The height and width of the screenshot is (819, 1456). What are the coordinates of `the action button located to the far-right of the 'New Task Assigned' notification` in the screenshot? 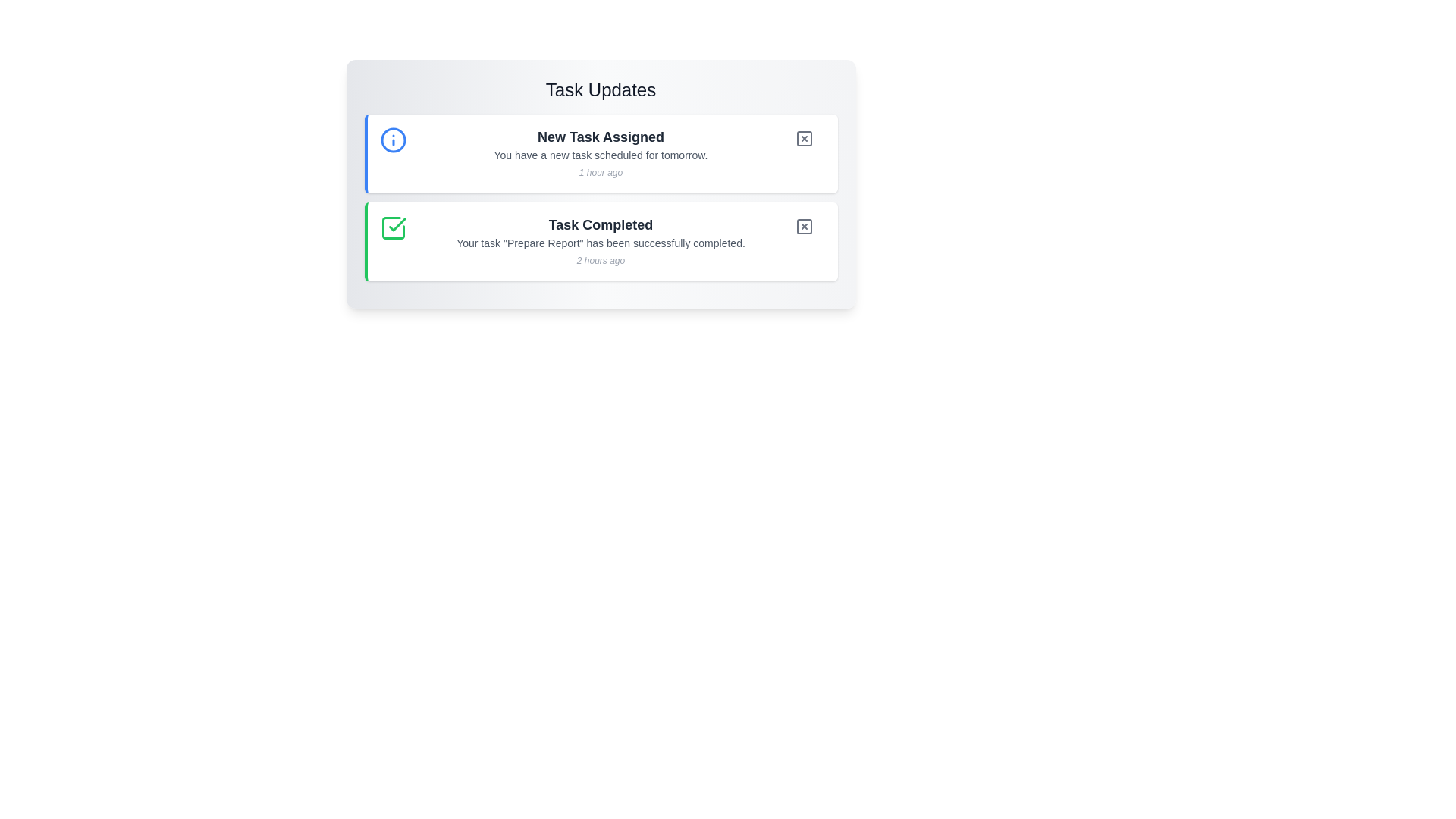 It's located at (803, 137).